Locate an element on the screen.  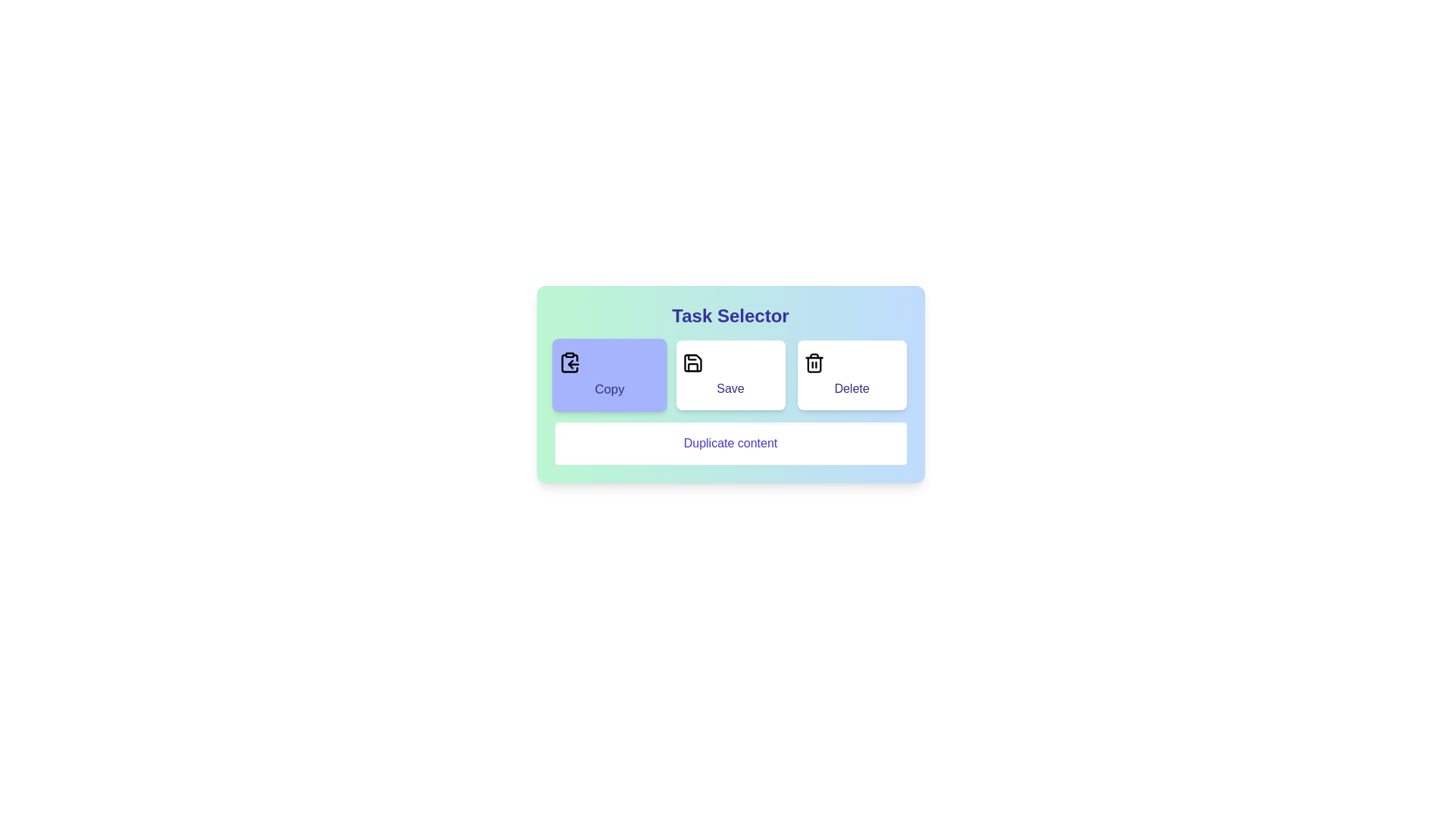
the Delete button to select it is located at coordinates (852, 375).